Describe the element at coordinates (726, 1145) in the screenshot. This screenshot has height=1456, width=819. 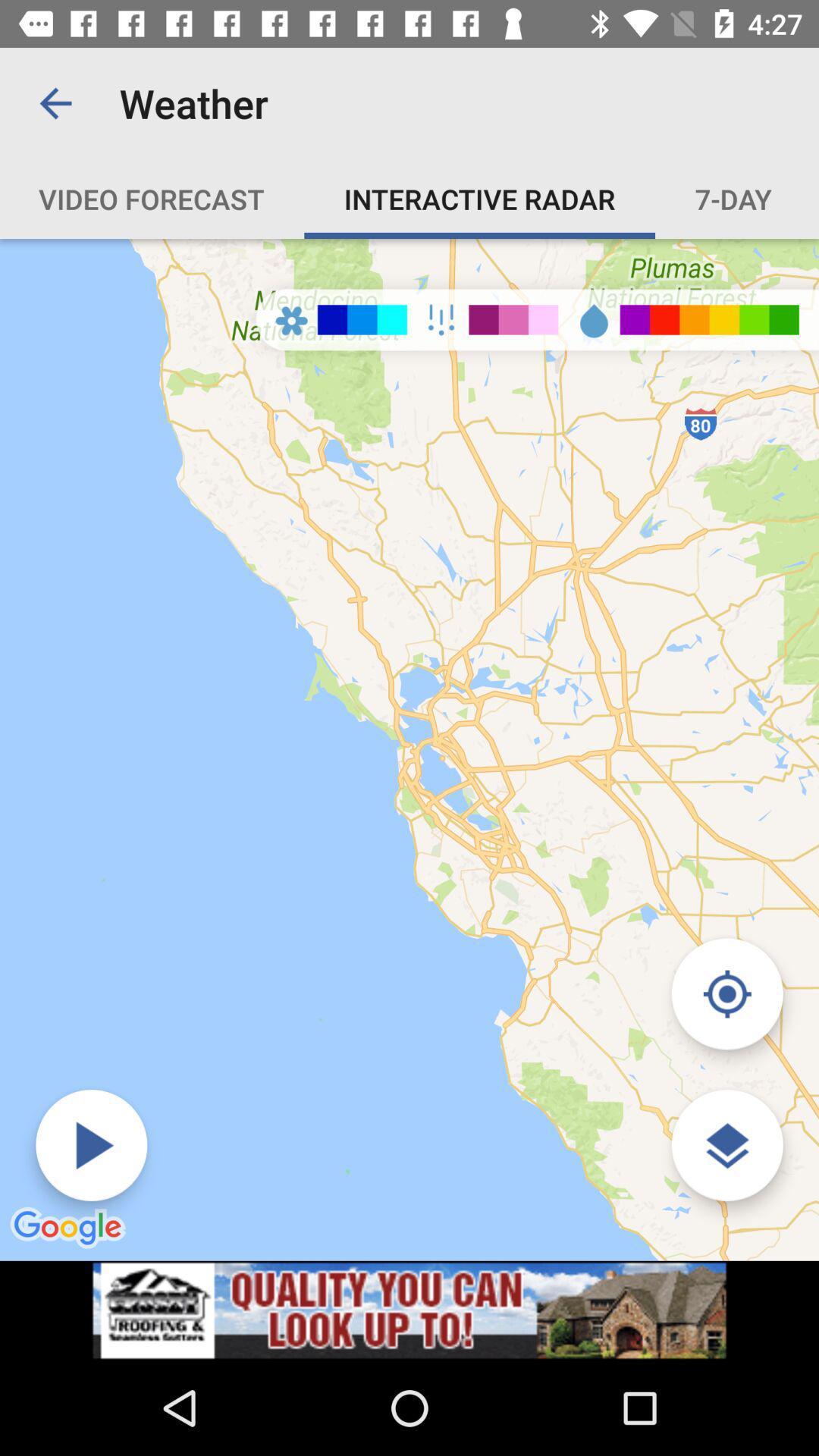
I see `the layers icon` at that location.